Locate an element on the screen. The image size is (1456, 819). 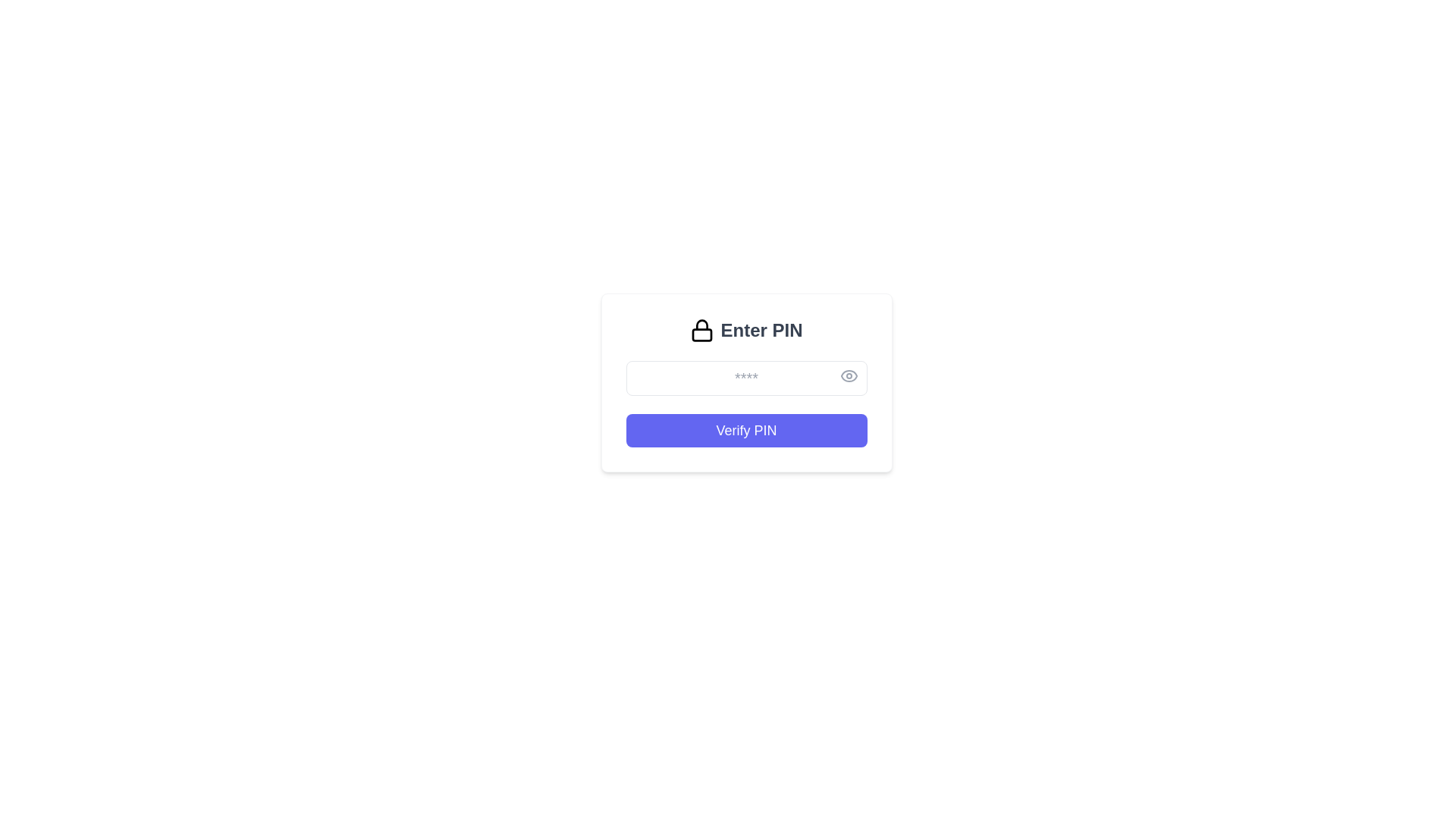
the lower part of the lock-shaped icon representing security in the user interface, located above the 'Enter PIN' text is located at coordinates (701, 334).